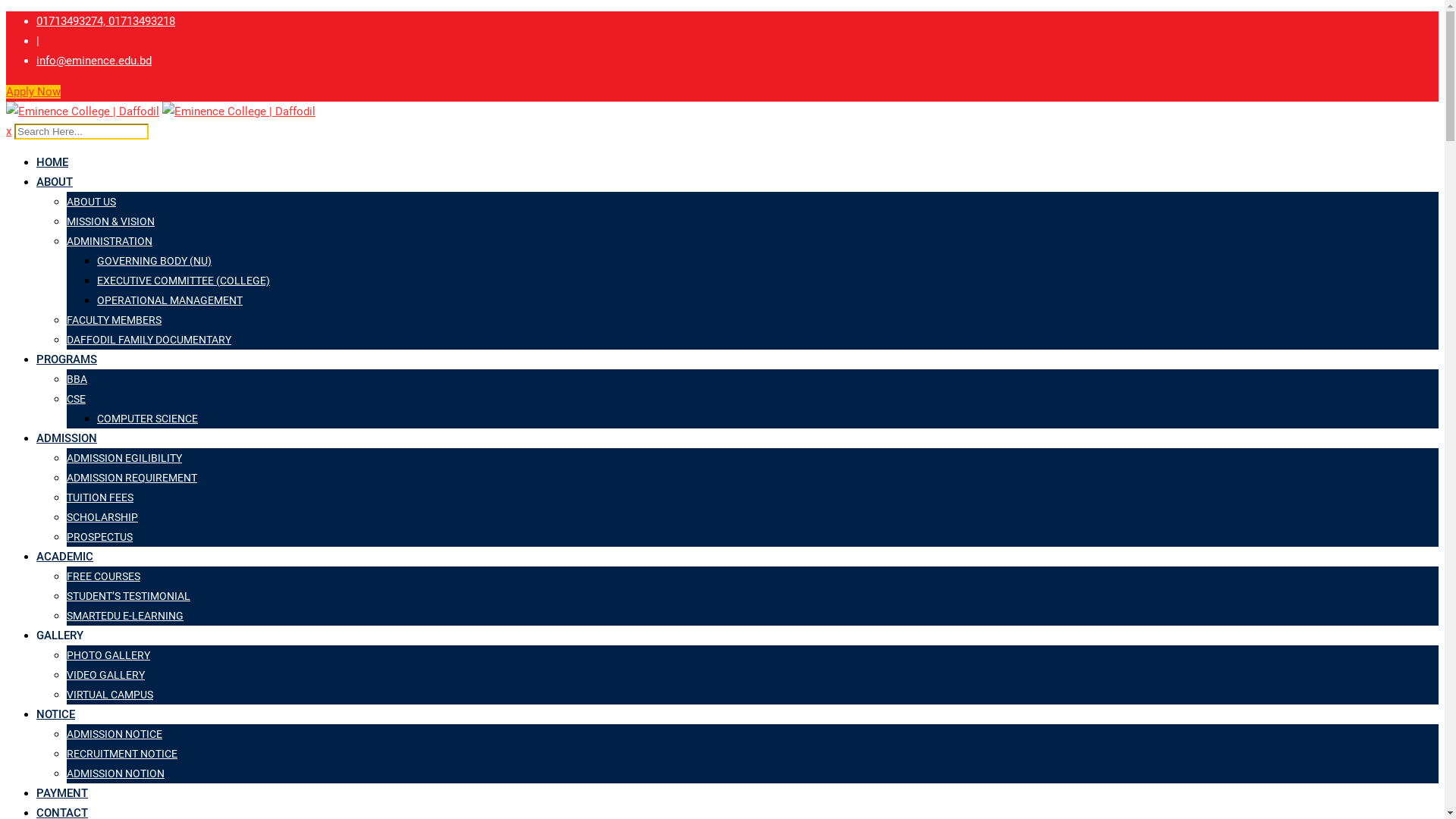 Image resolution: width=1456 pixels, height=819 pixels. I want to click on 'Apply Now', so click(6, 91).